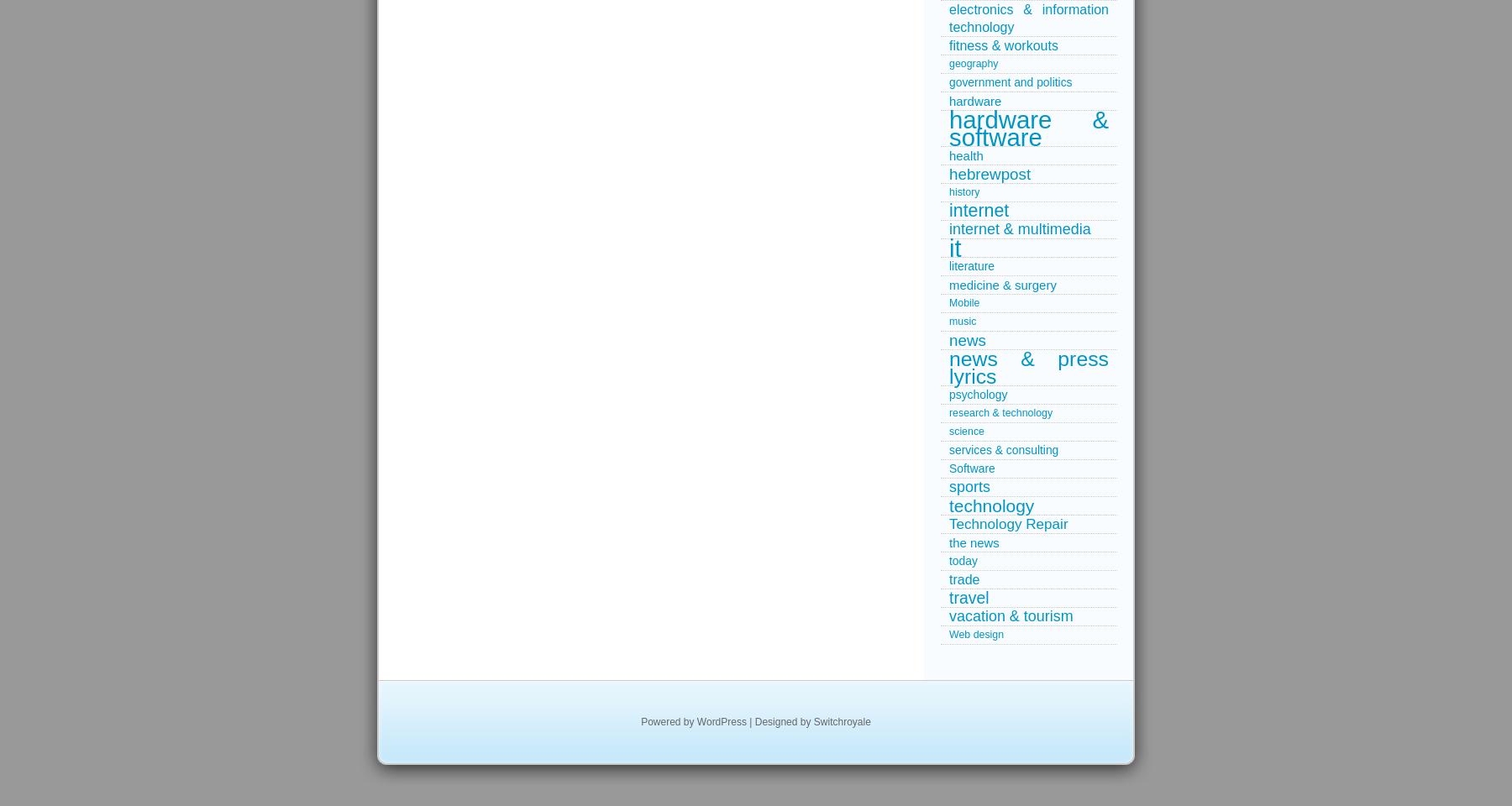  I want to click on 'science', so click(965, 430).